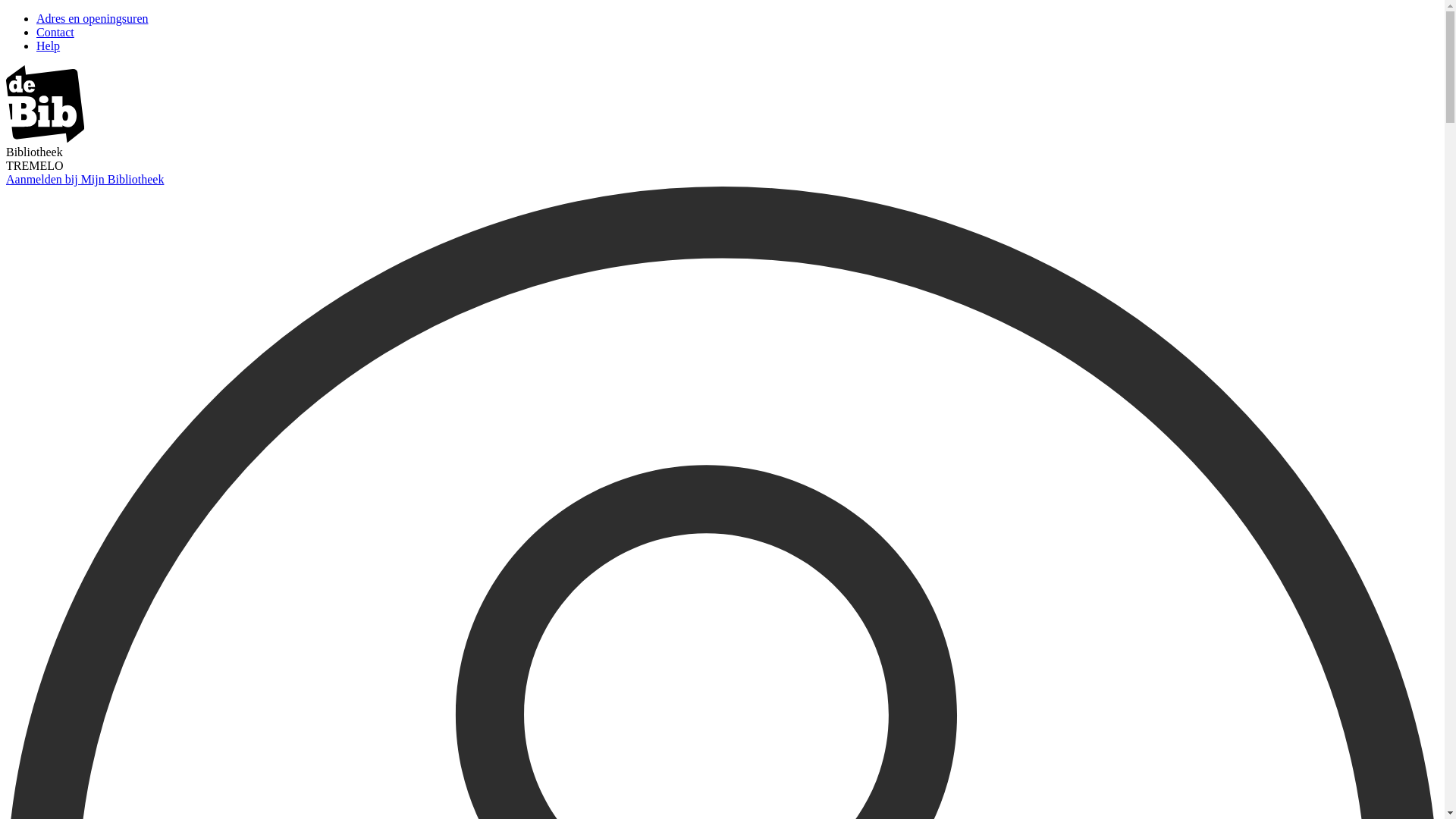 The image size is (1456, 819). I want to click on 'Overslaan en naar zoeken gaan', so click(6, 12).